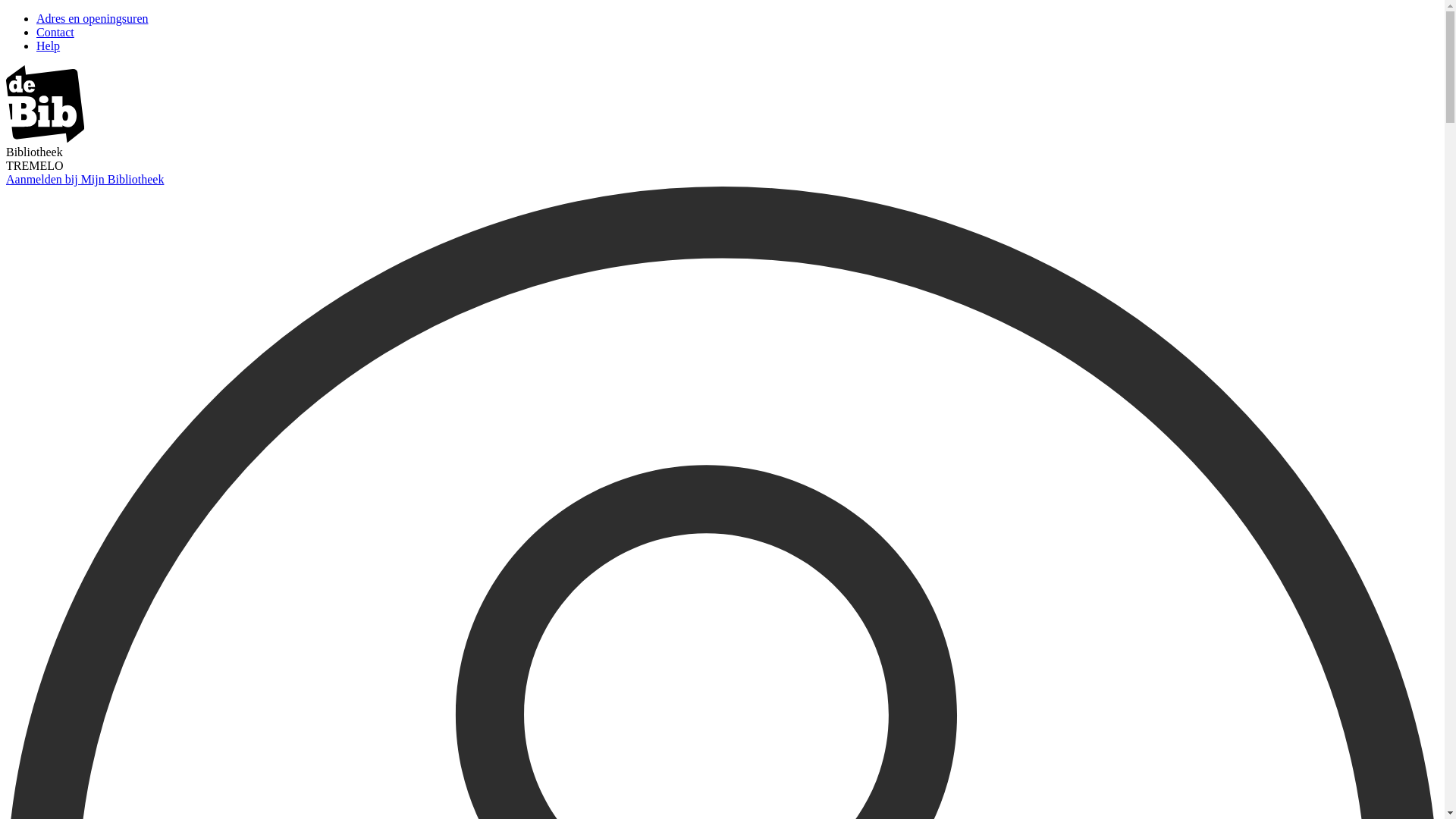 The image size is (1456, 819). I want to click on 'Overslaan en naar zoeken gaan', so click(6, 12).